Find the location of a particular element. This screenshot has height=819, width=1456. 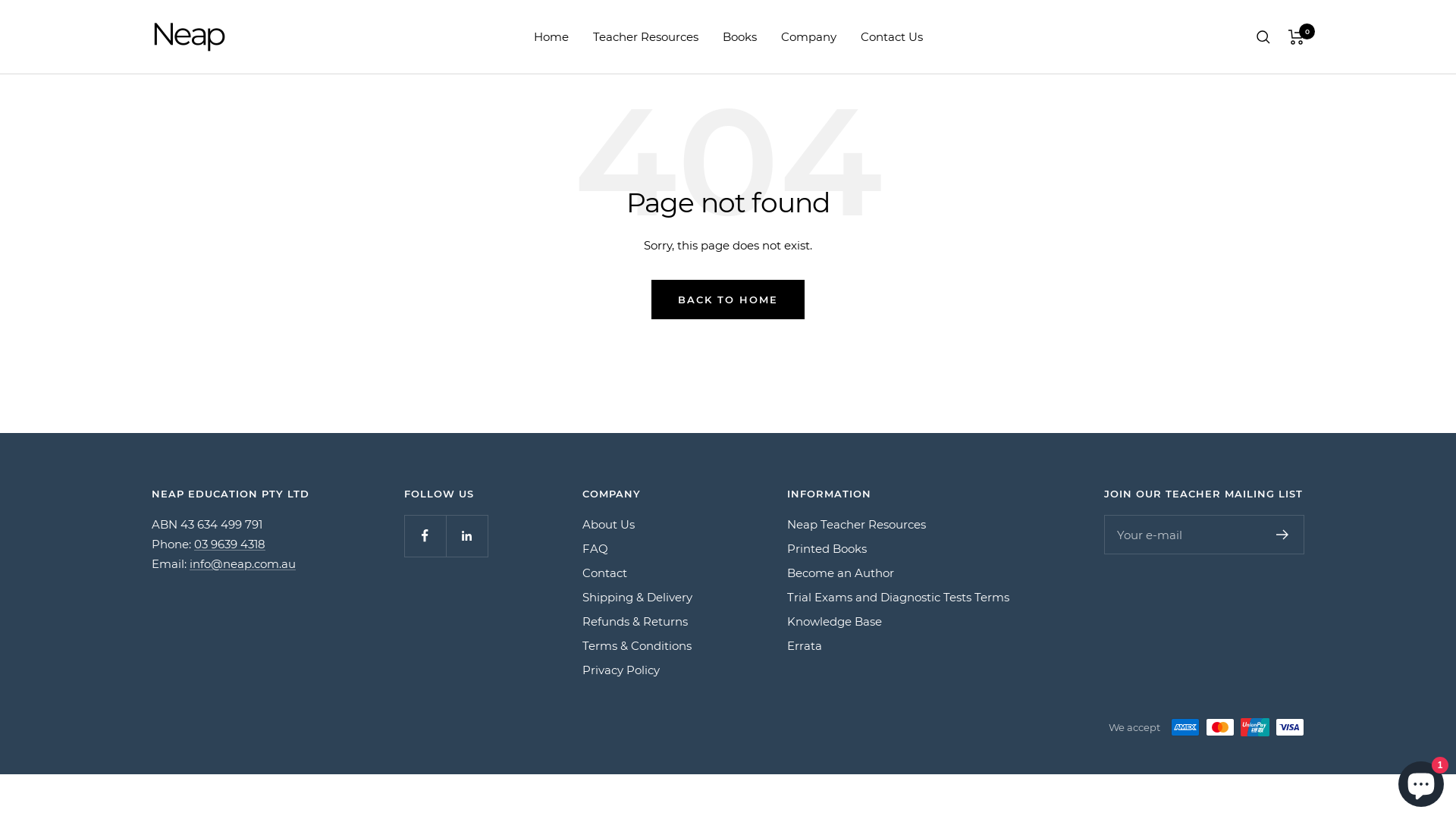

'Shopify online store chat' is located at coordinates (1420, 780).